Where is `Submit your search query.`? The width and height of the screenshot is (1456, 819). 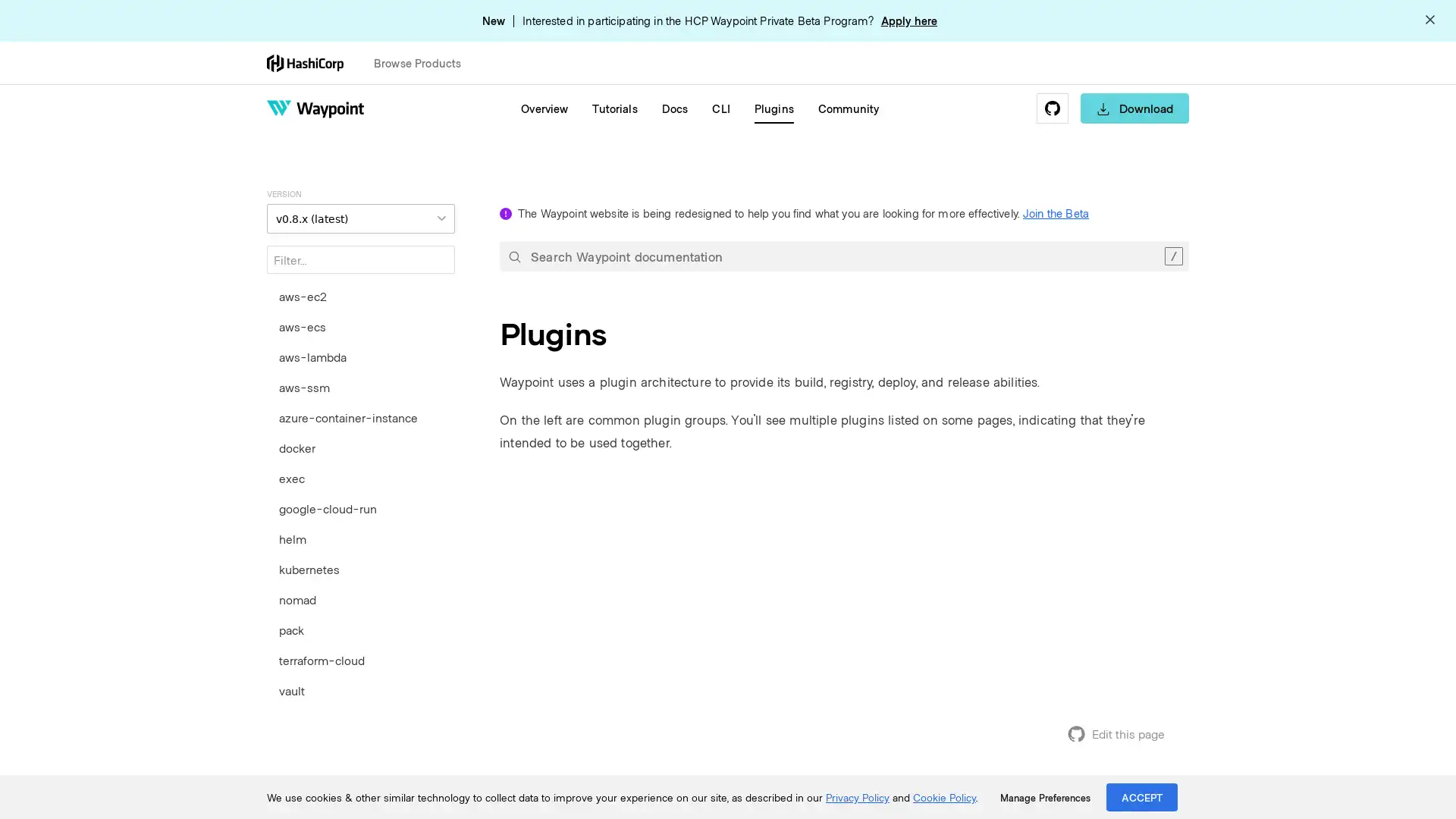 Submit your search query. is located at coordinates (514, 256).